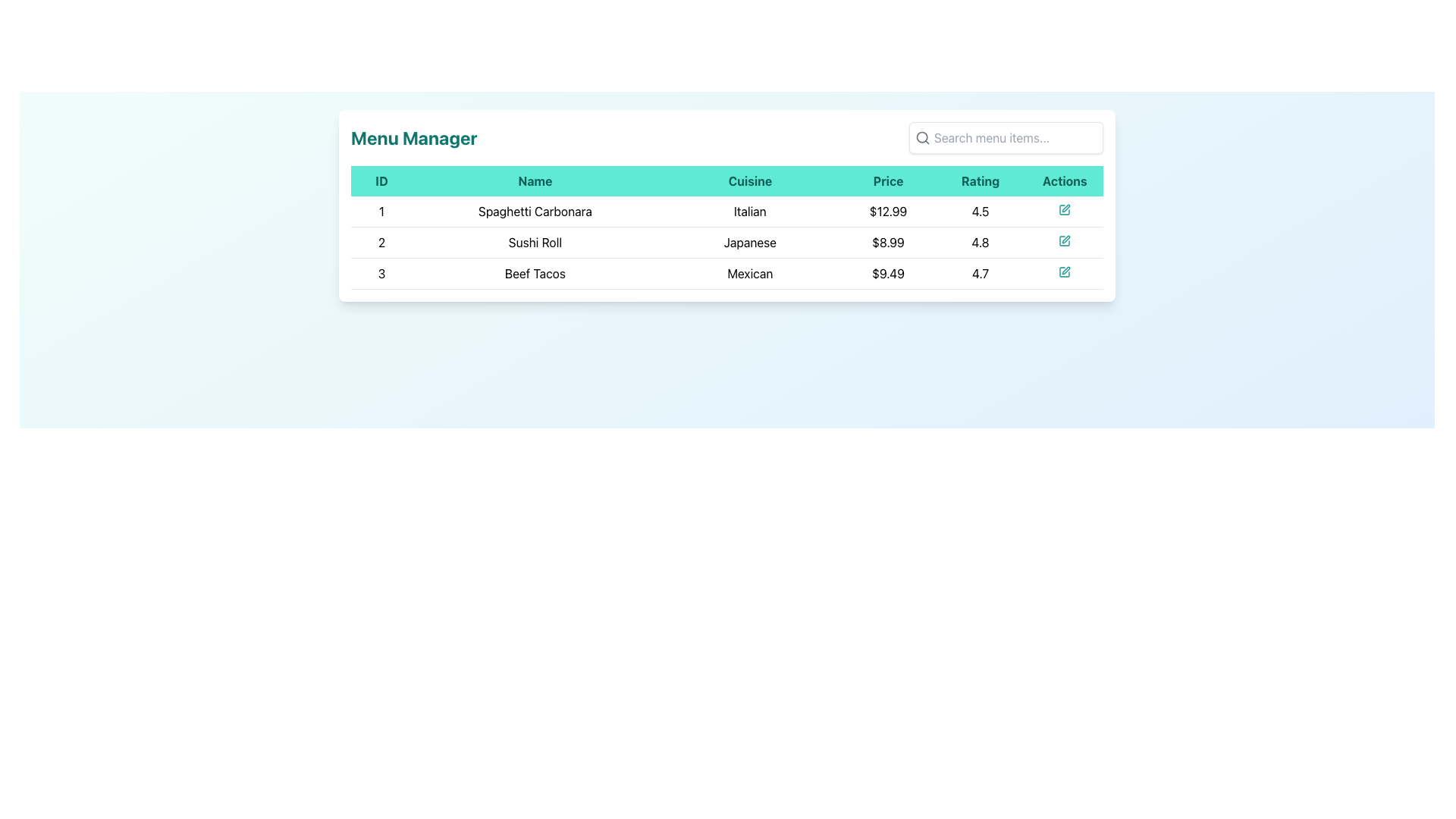 The height and width of the screenshot is (819, 1456). What do you see at coordinates (888, 242) in the screenshot?
I see `the price label displaying '$8.99' in bold black text, located in the 'Price' column of the second row corresponding to the menu item 'Sushi Roll'` at bounding box center [888, 242].